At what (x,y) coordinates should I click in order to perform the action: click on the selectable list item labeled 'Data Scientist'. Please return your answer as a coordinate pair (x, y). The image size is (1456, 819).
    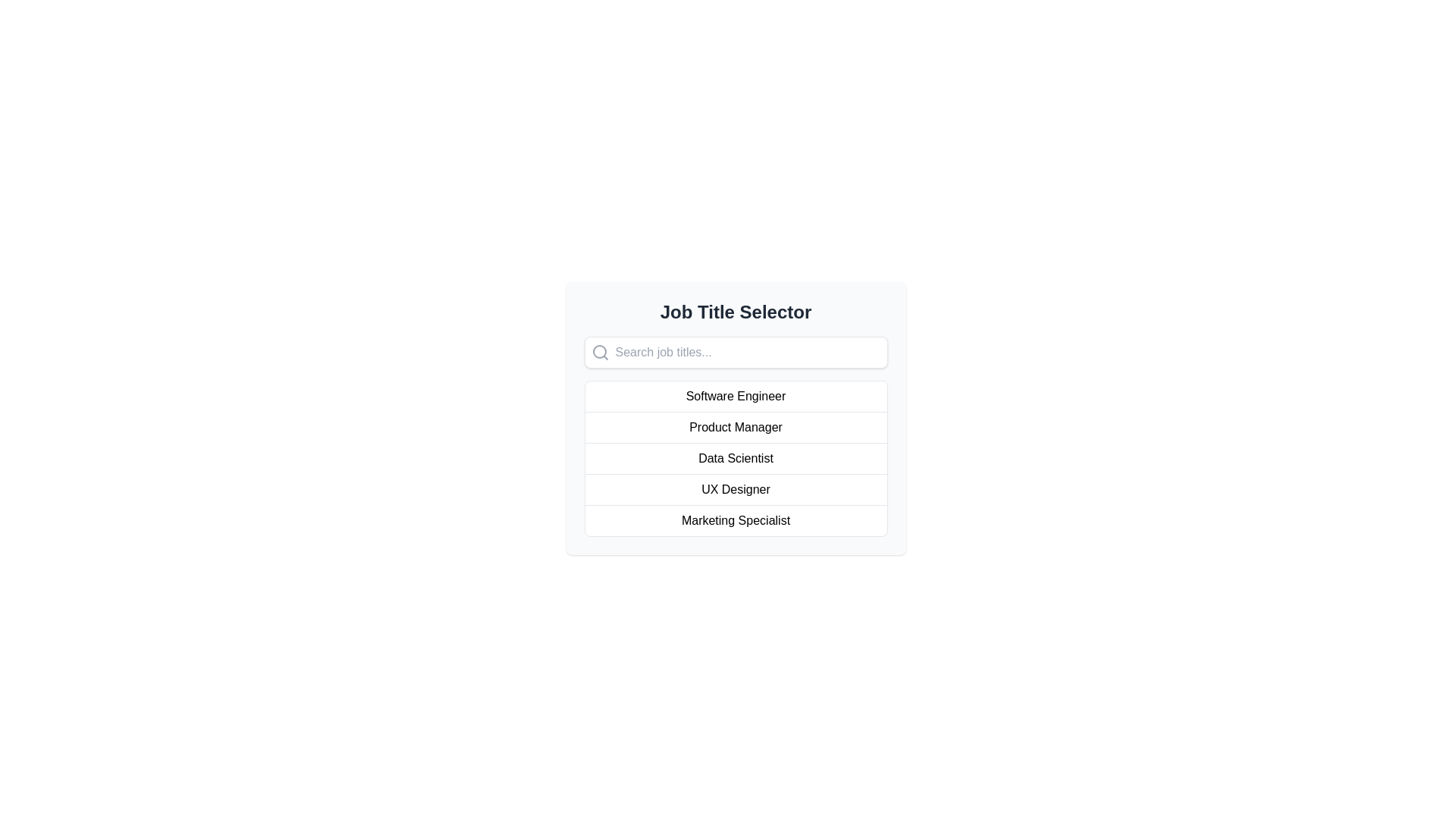
    Looking at the image, I should click on (736, 457).